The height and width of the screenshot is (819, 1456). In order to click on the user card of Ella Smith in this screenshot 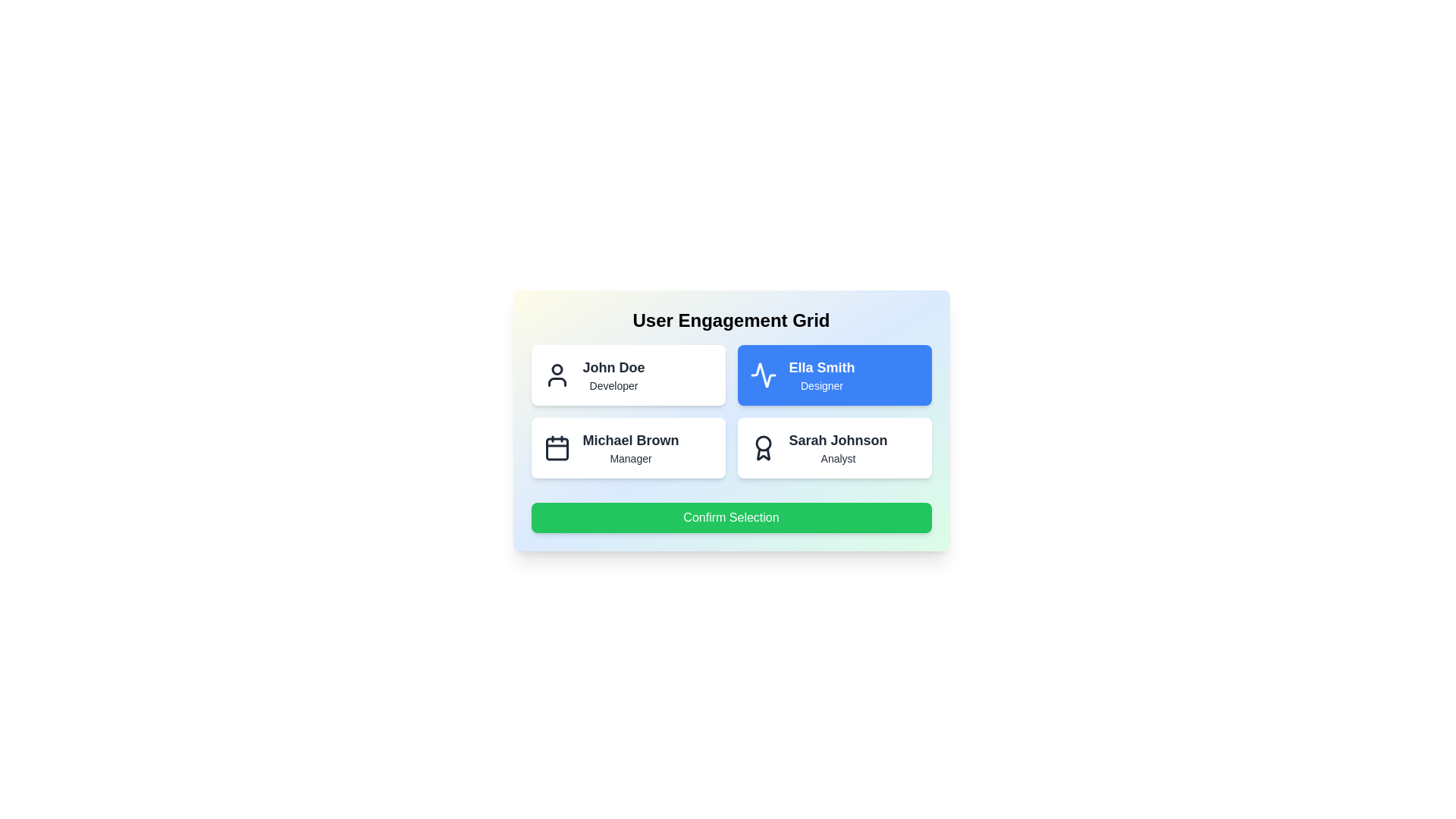, I will do `click(833, 375)`.